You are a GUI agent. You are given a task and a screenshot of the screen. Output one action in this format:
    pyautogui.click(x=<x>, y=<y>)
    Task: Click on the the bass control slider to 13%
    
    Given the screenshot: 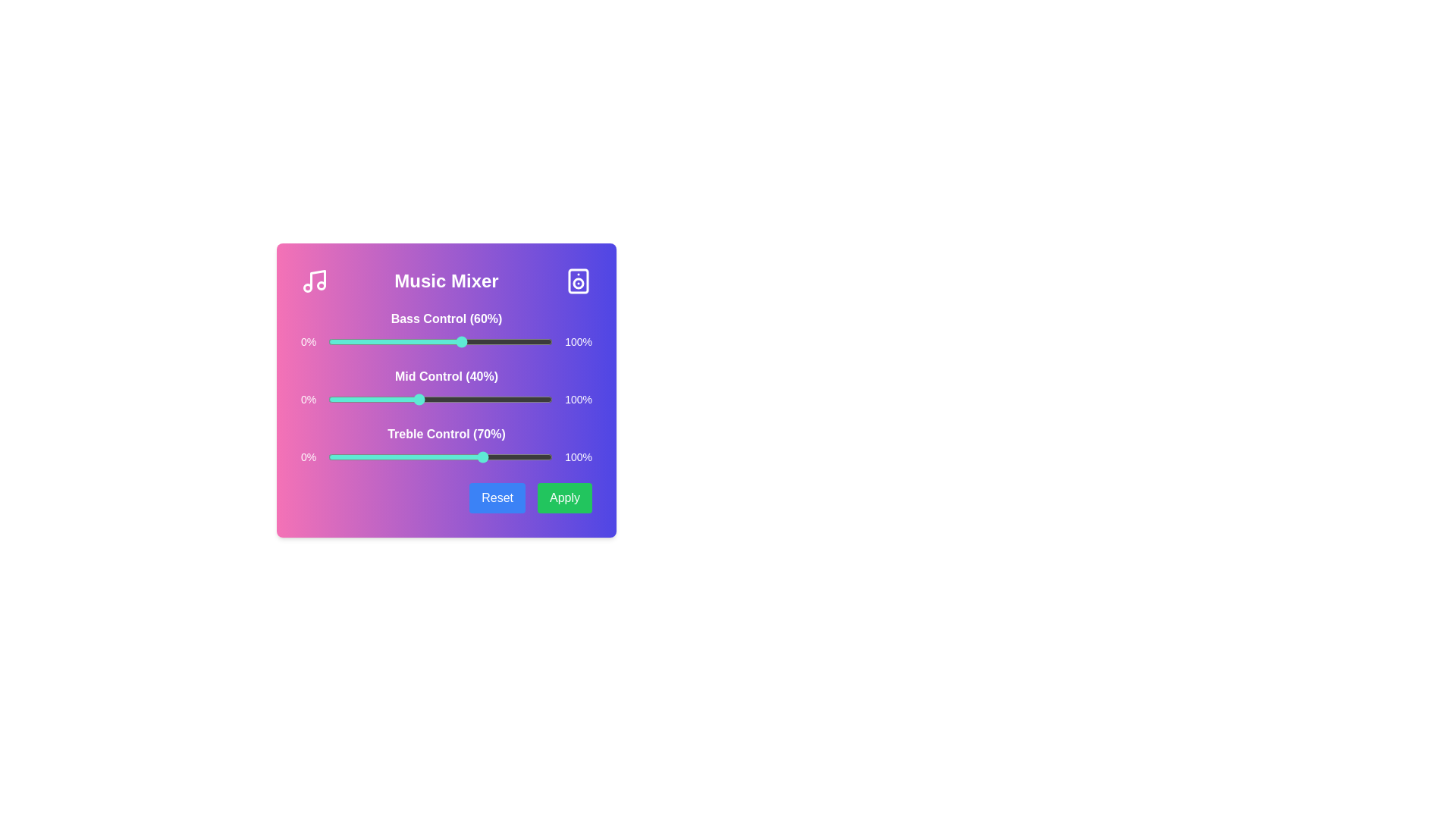 What is the action you would take?
    pyautogui.click(x=356, y=342)
    